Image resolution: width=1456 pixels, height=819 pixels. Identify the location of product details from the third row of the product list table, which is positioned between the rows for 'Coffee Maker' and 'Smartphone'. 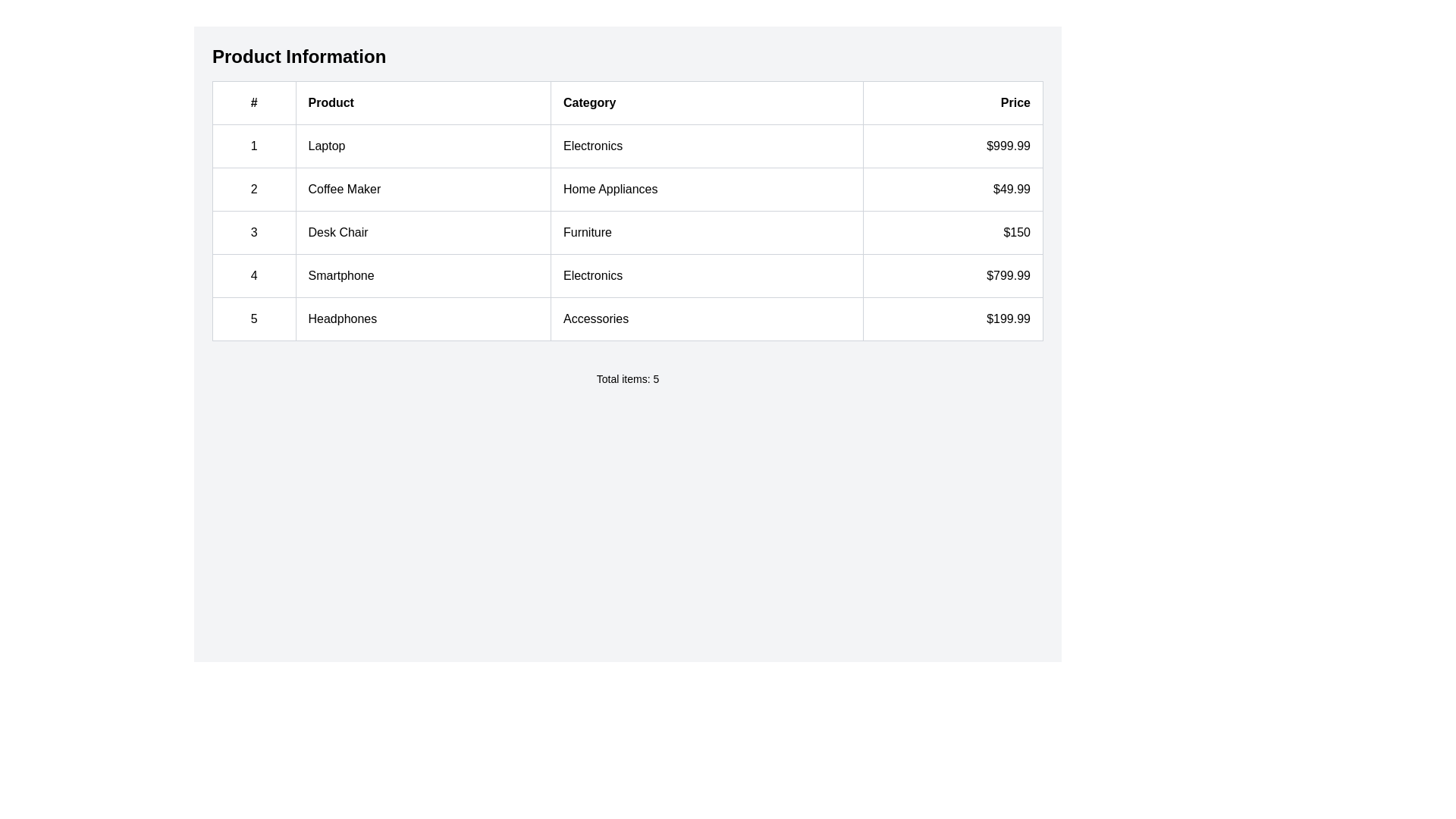
(628, 233).